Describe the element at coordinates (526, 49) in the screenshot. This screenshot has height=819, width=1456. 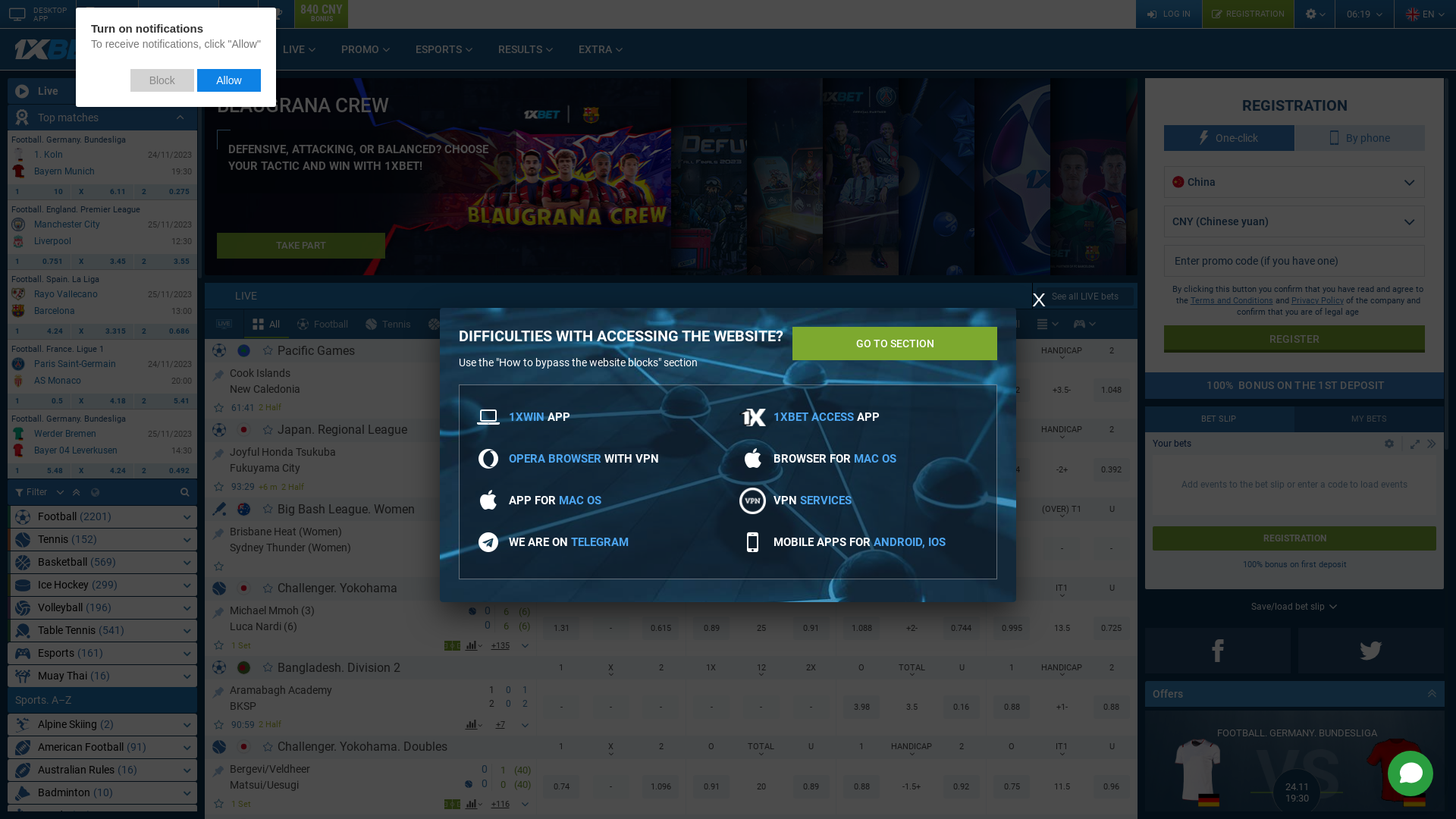
I see `'RESULTS'` at that location.